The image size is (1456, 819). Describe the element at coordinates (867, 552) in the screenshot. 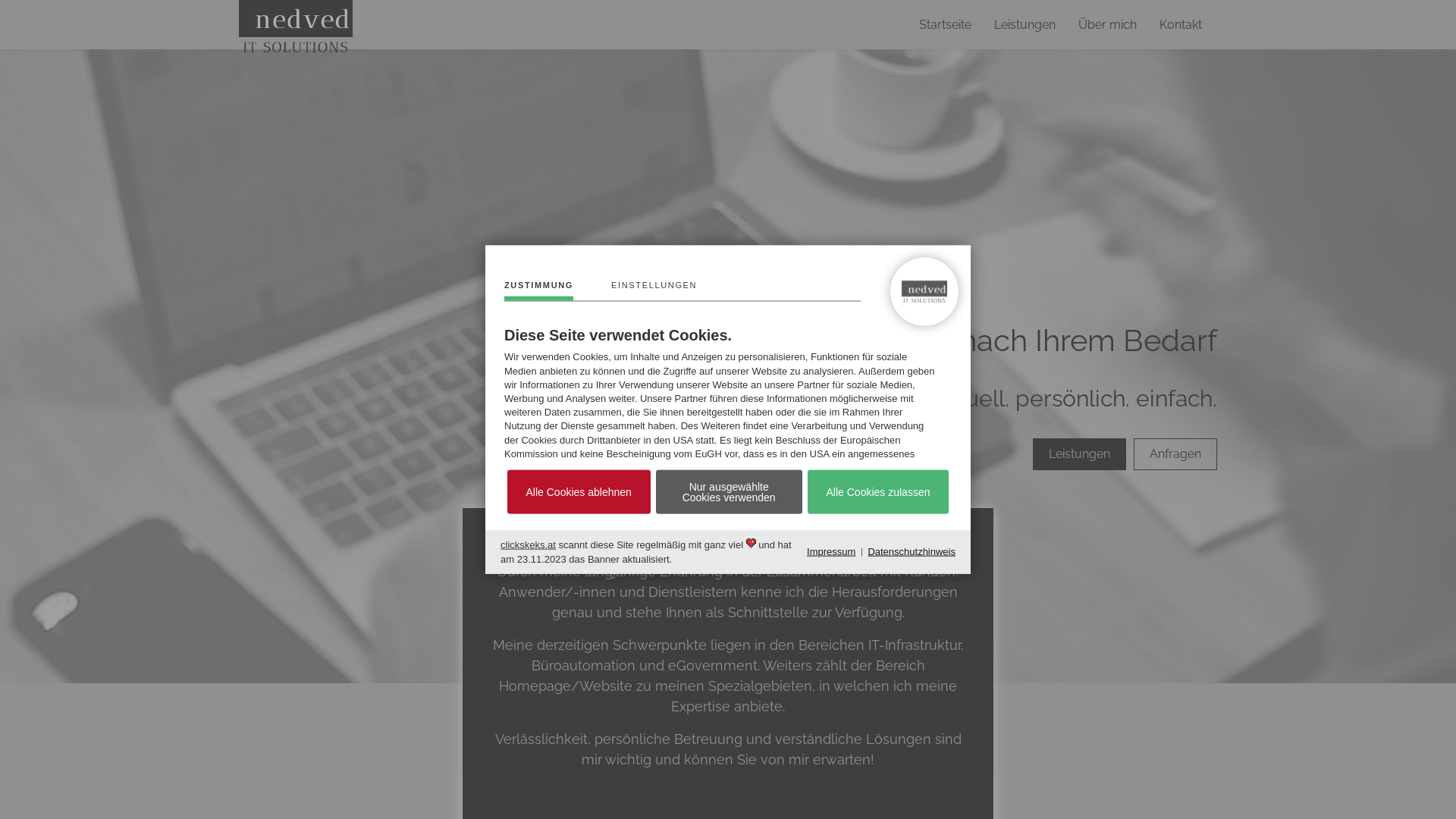

I see `'Datenschutzhinweis'` at that location.